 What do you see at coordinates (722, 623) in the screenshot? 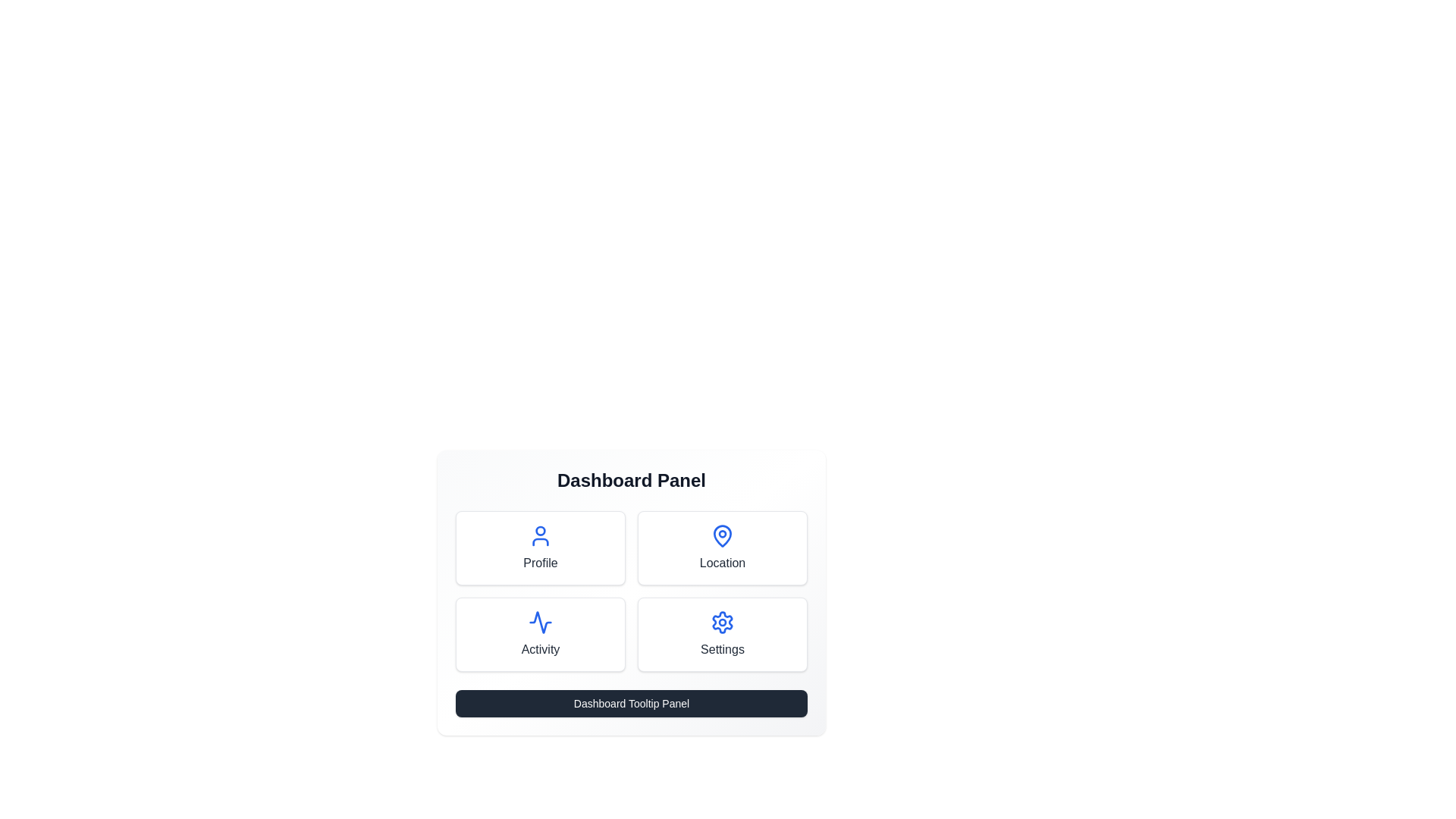
I see `the small blue gear icon representing settings, located at the top center of the 'Settings' card` at bounding box center [722, 623].